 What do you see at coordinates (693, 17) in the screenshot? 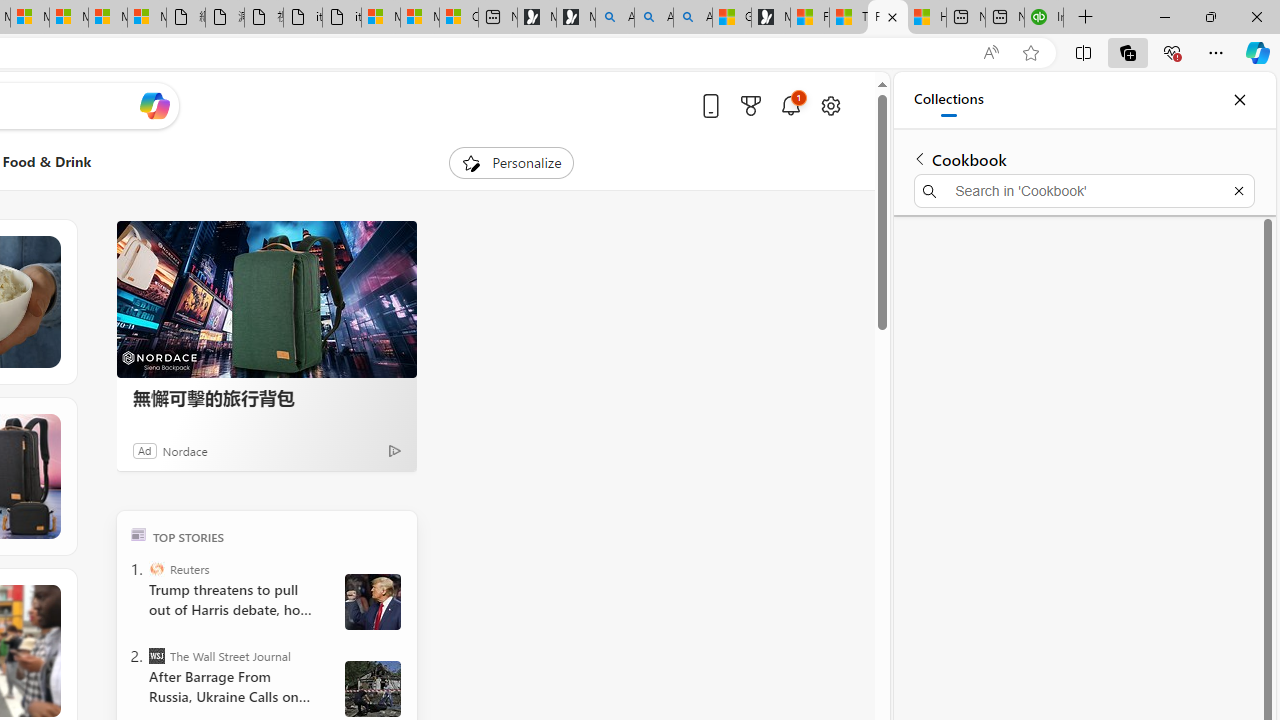
I see `'Alabama high school quarterback dies - Search Videos'` at bounding box center [693, 17].